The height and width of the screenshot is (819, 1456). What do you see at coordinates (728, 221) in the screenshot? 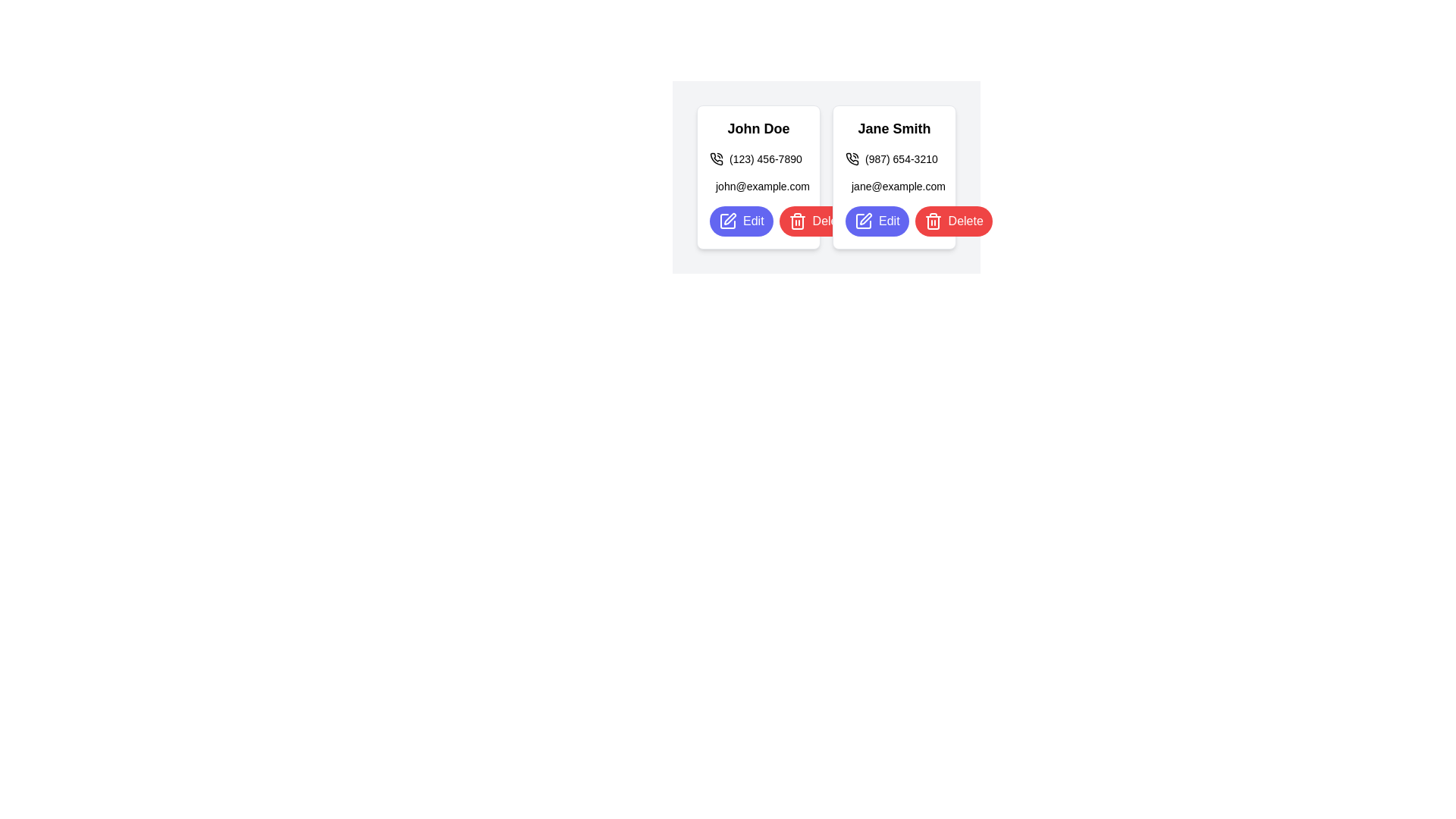
I see `the pen icon with a thin white outline on a blue circular background` at bounding box center [728, 221].